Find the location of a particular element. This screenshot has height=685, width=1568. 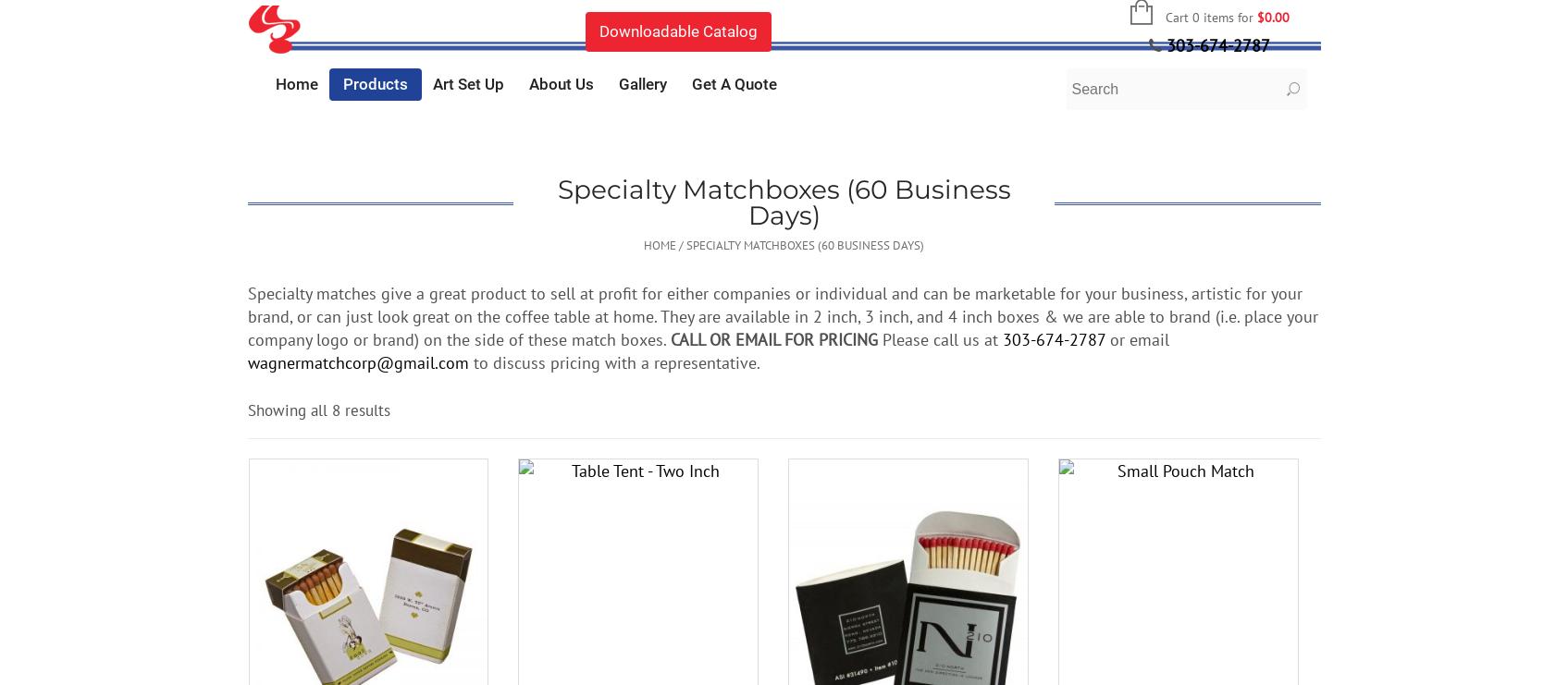

'Art Set Up' is located at coordinates (466, 83).